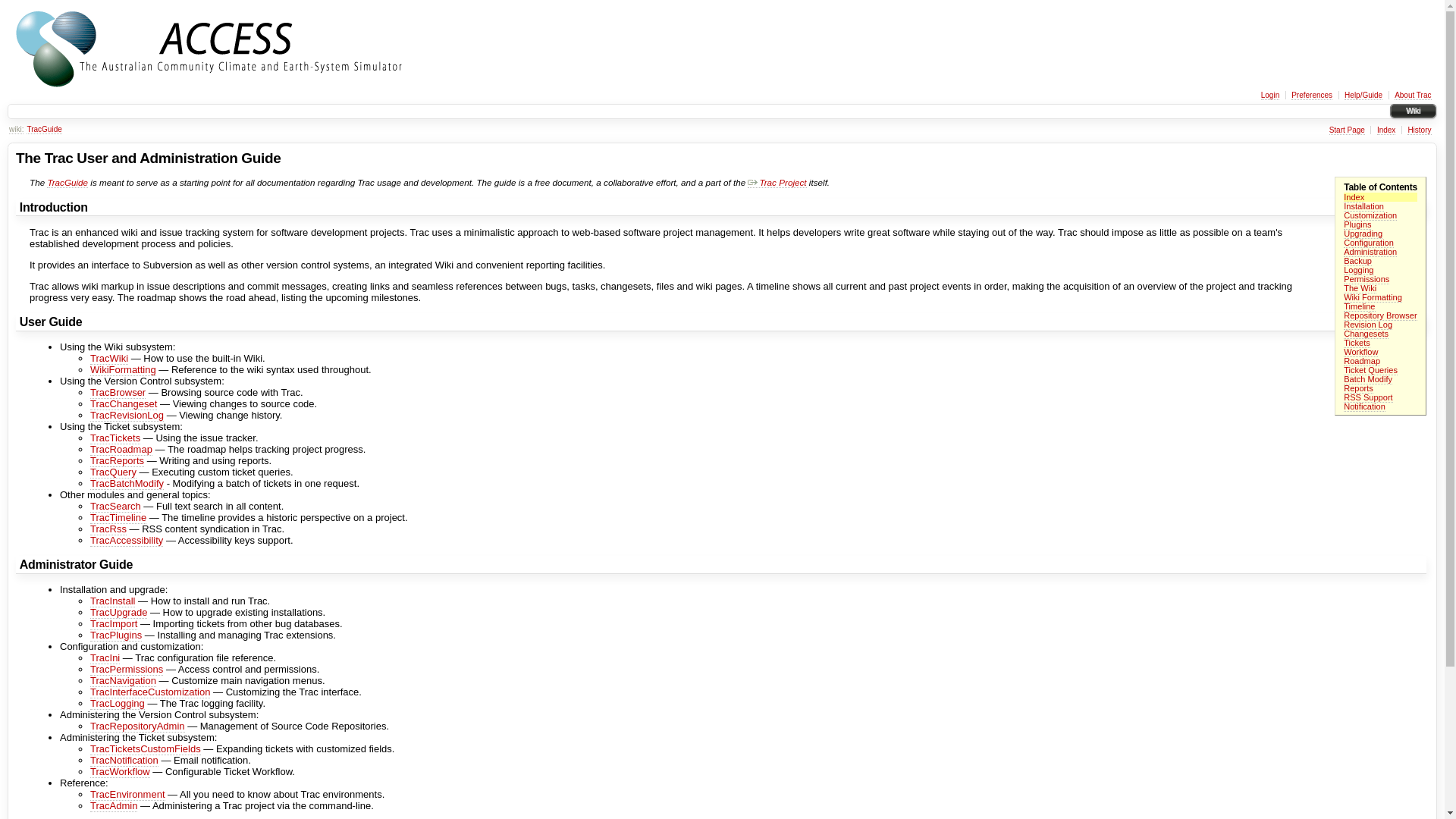 The height and width of the screenshot is (819, 1456). Describe the element at coordinates (89, 472) in the screenshot. I see `'TracQuery'` at that location.